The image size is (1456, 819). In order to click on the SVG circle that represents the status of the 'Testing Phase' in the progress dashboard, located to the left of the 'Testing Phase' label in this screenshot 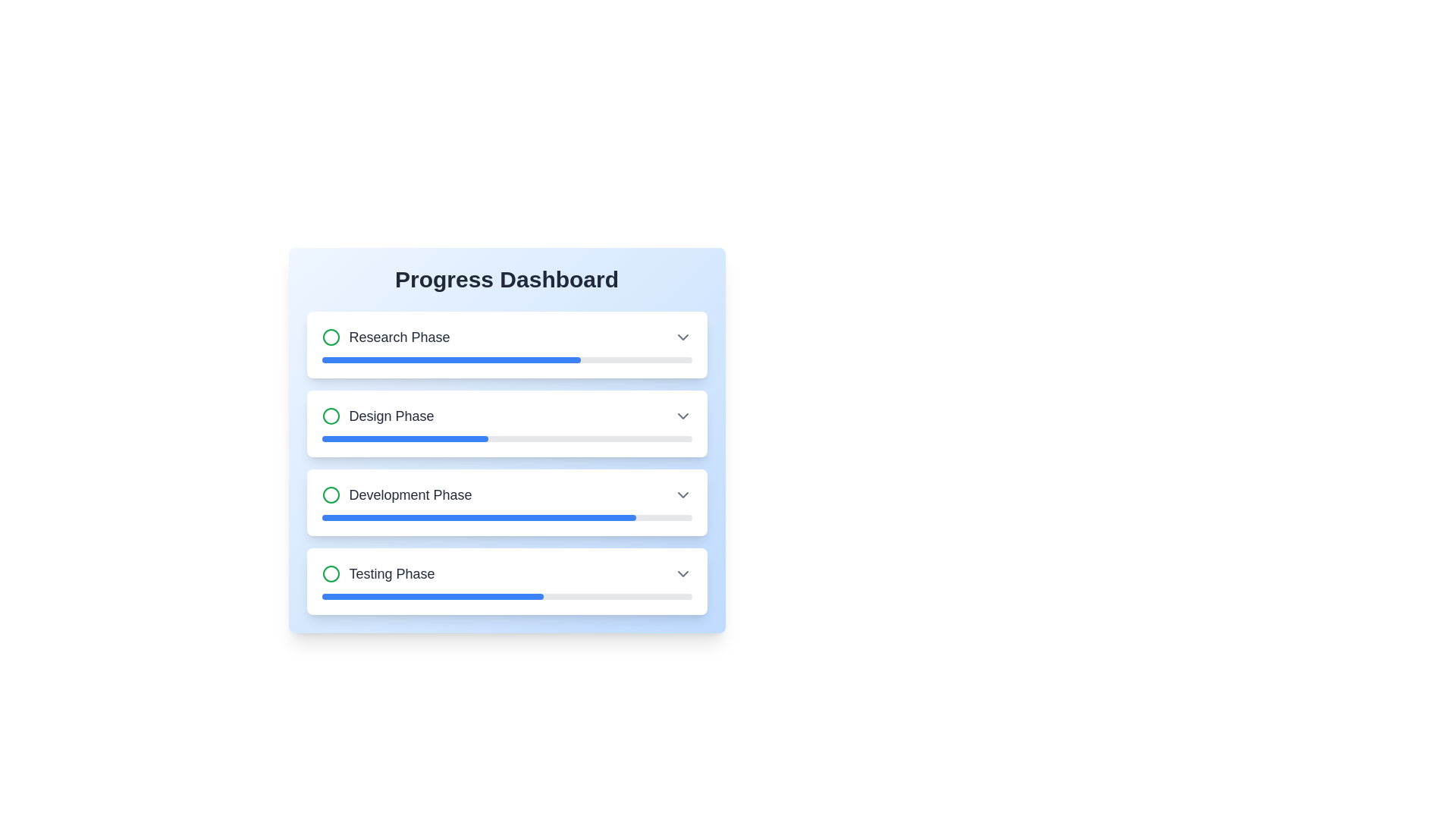, I will do `click(330, 573)`.